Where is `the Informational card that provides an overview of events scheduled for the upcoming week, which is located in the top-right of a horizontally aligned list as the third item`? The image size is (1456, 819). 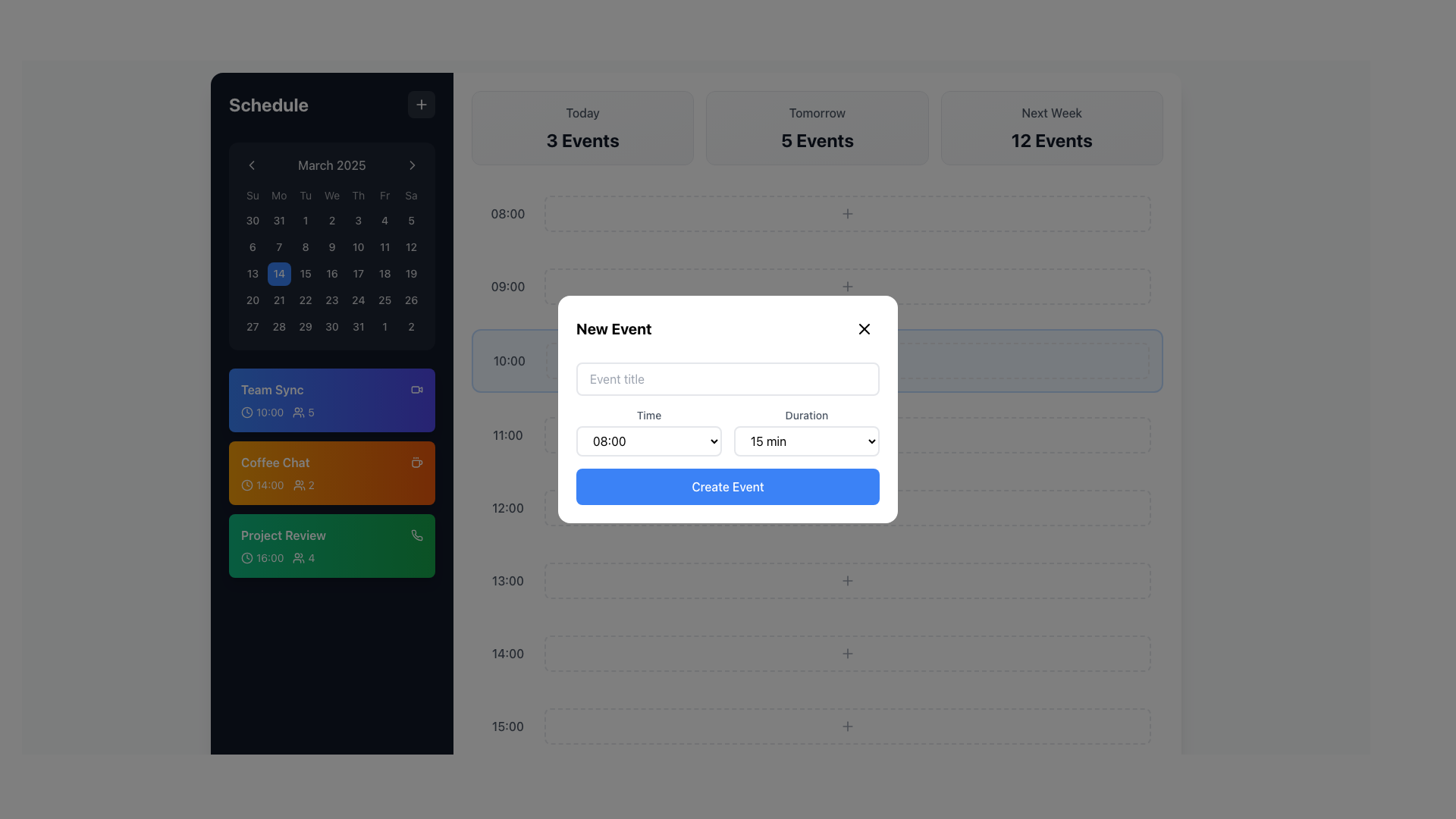 the Informational card that provides an overview of events scheduled for the upcoming week, which is located in the top-right of a horizontally aligned list as the third item is located at coordinates (1051, 127).